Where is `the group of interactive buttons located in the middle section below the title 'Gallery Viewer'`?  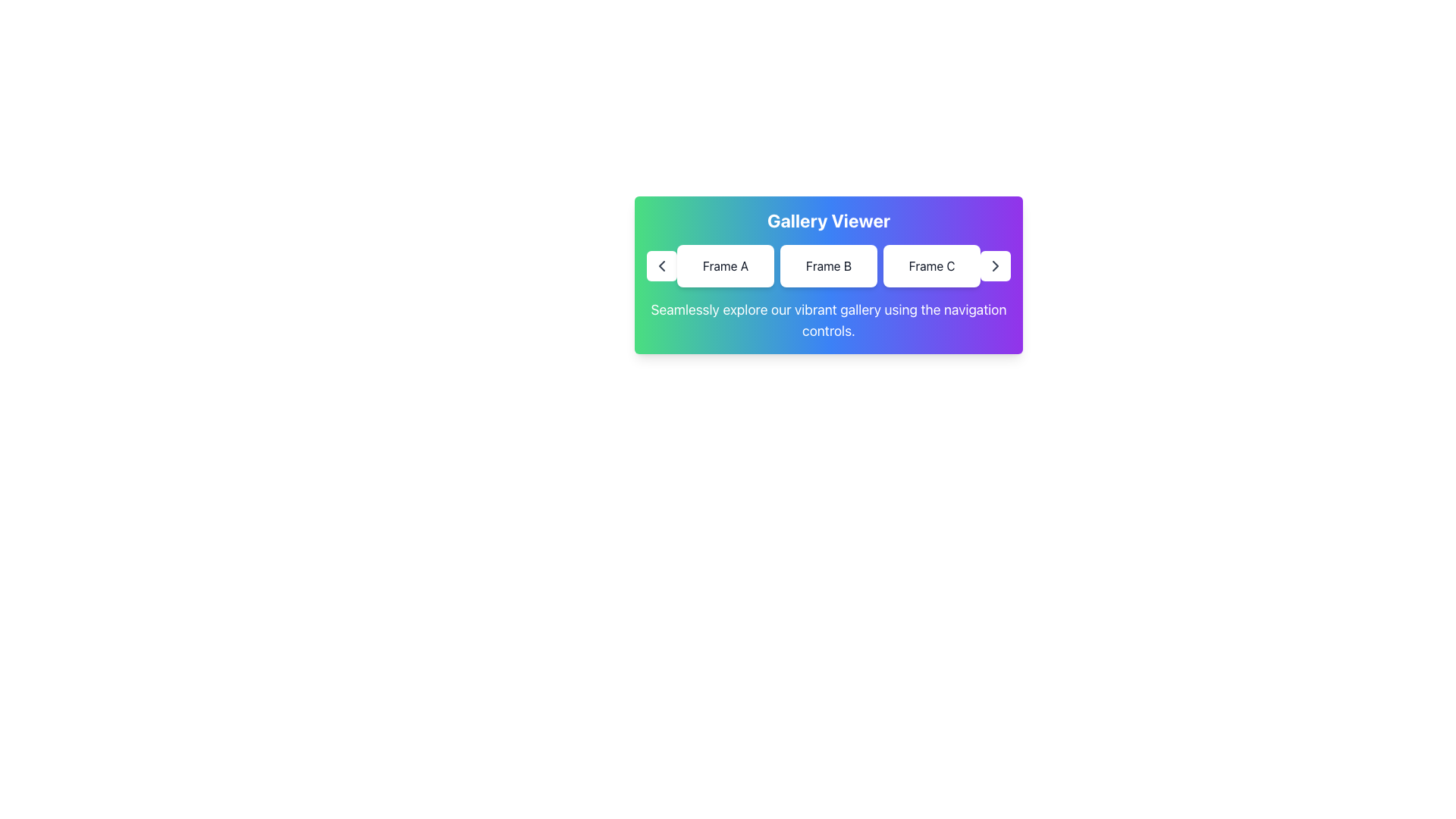
the group of interactive buttons located in the middle section below the title 'Gallery Viewer' is located at coordinates (828, 265).